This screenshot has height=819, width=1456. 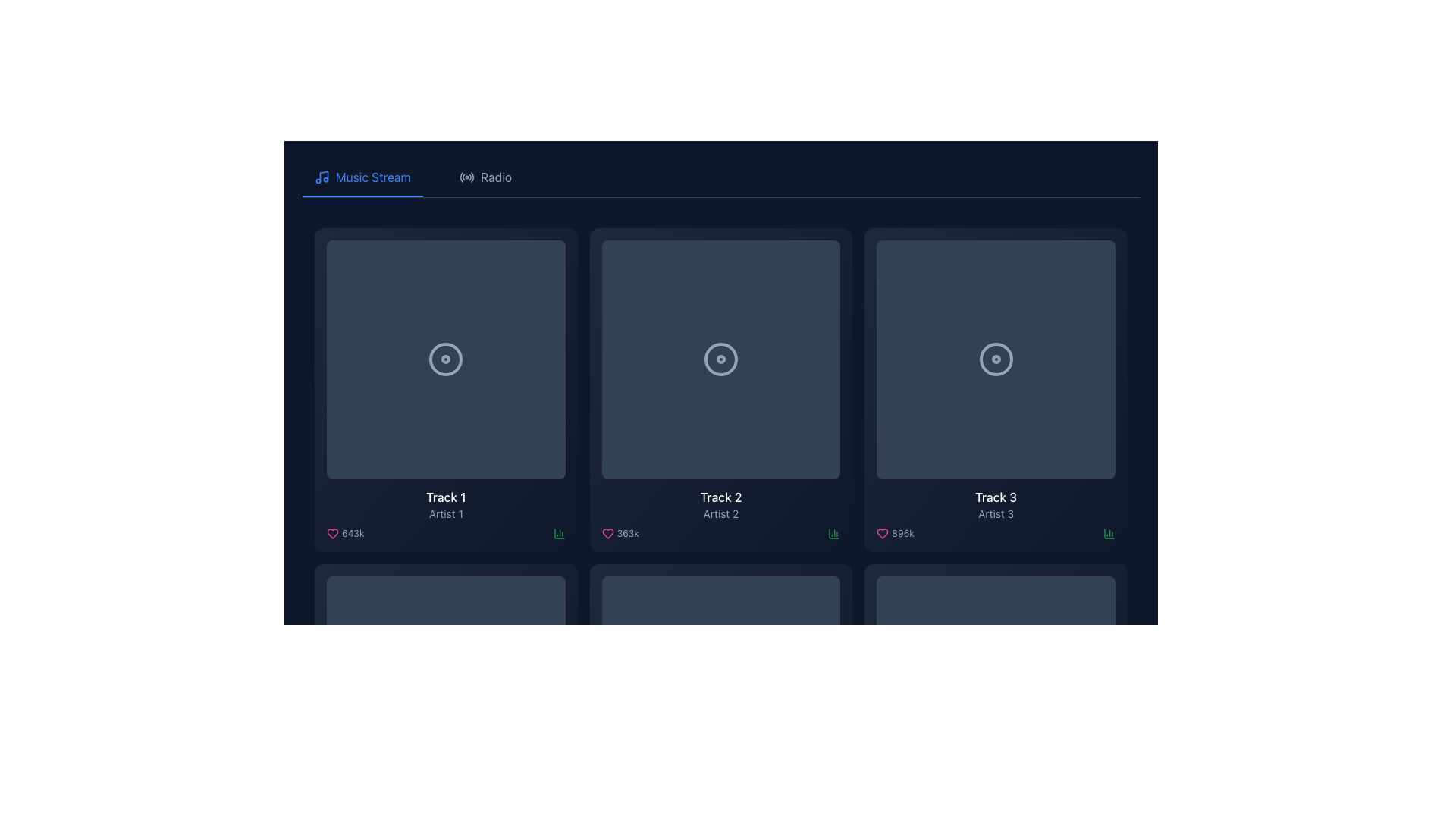 What do you see at coordinates (607, 532) in the screenshot?
I see `the pink heart-shaped icon to like or favorite 'Track 2' represented in the media application` at bounding box center [607, 532].